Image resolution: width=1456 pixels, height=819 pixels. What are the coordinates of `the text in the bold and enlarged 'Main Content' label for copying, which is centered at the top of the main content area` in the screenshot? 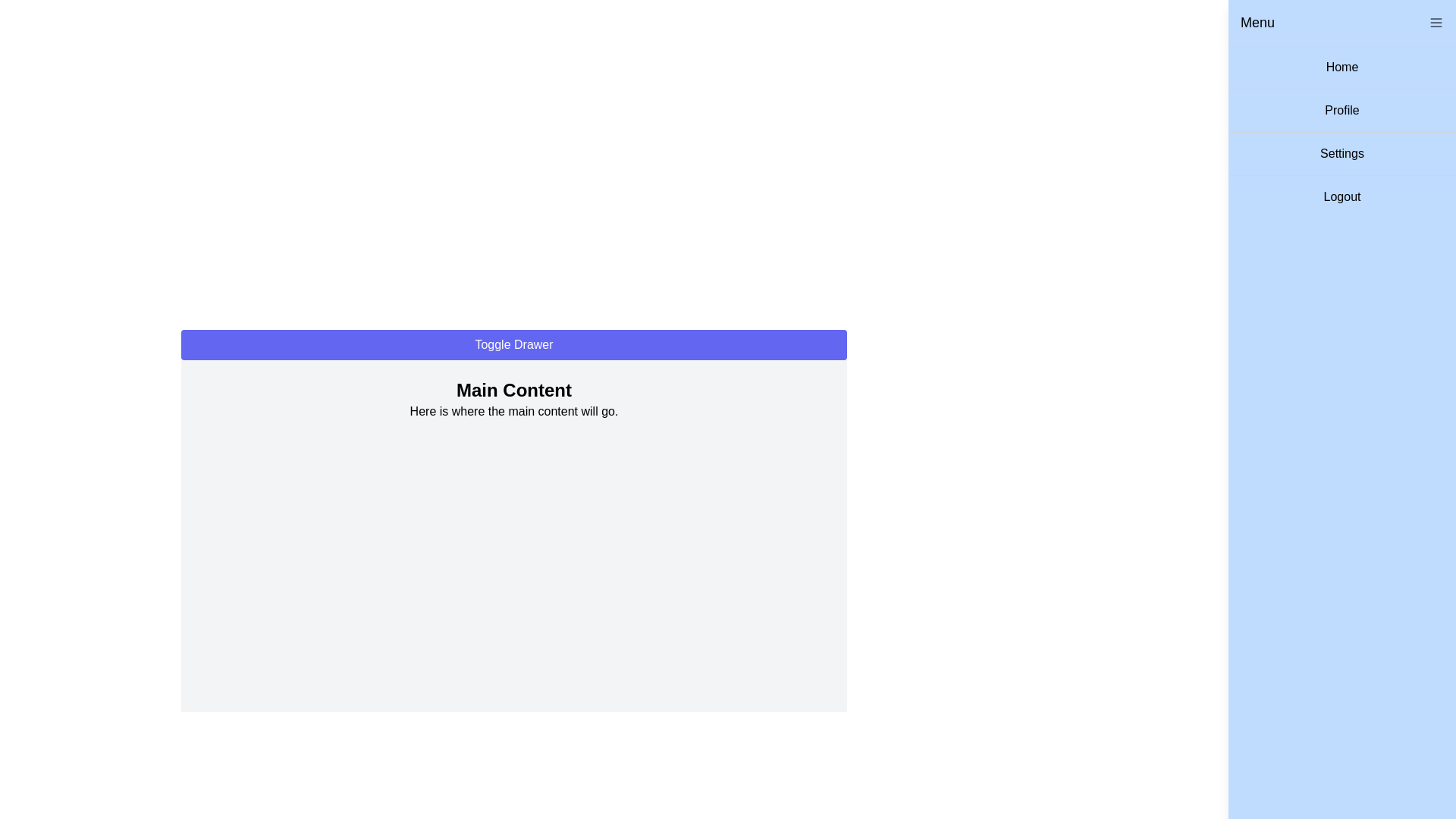 It's located at (513, 390).